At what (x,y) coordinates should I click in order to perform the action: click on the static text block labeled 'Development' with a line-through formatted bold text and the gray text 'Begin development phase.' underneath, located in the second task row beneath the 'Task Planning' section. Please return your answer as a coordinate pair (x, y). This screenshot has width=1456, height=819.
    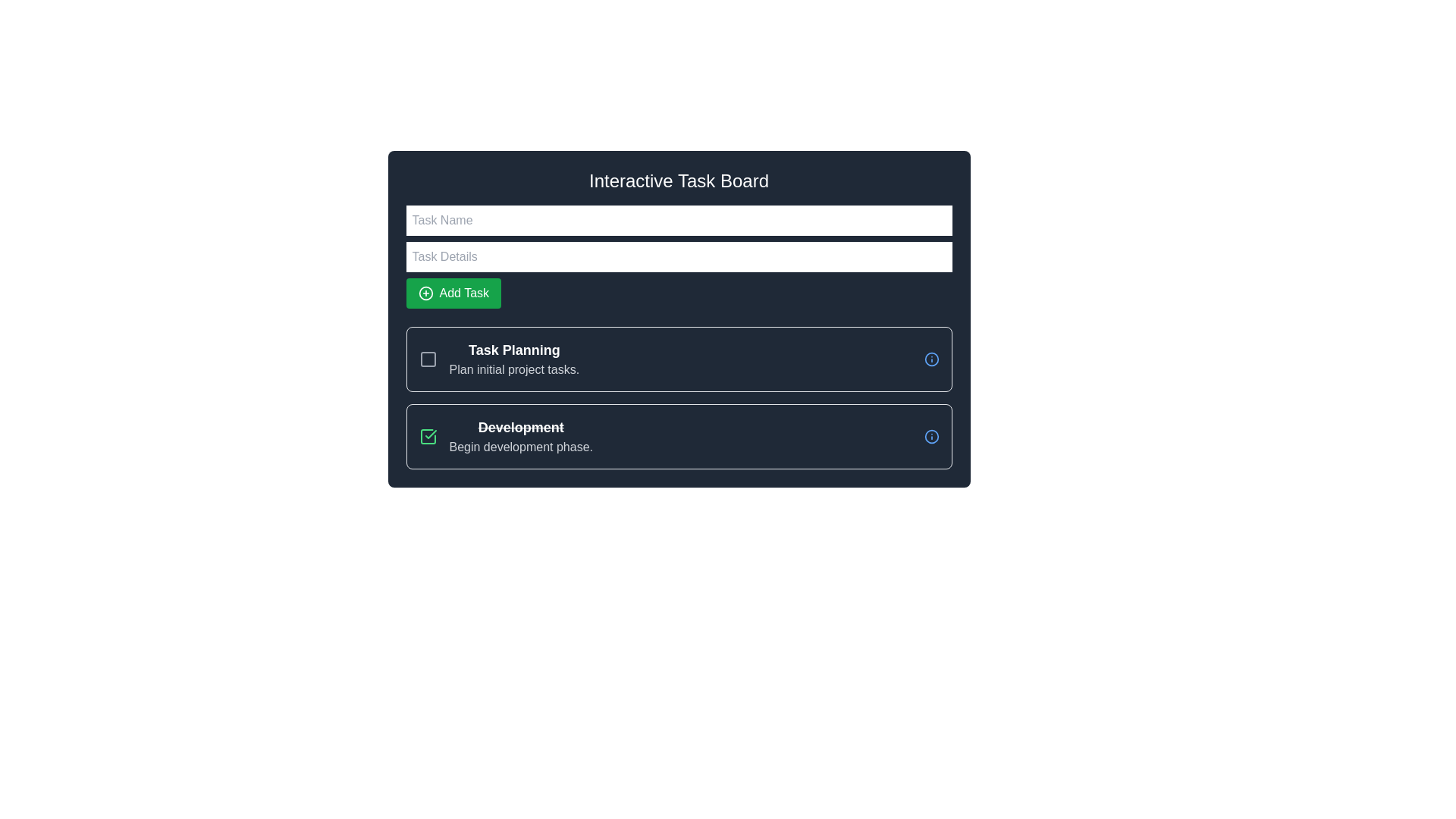
    Looking at the image, I should click on (521, 436).